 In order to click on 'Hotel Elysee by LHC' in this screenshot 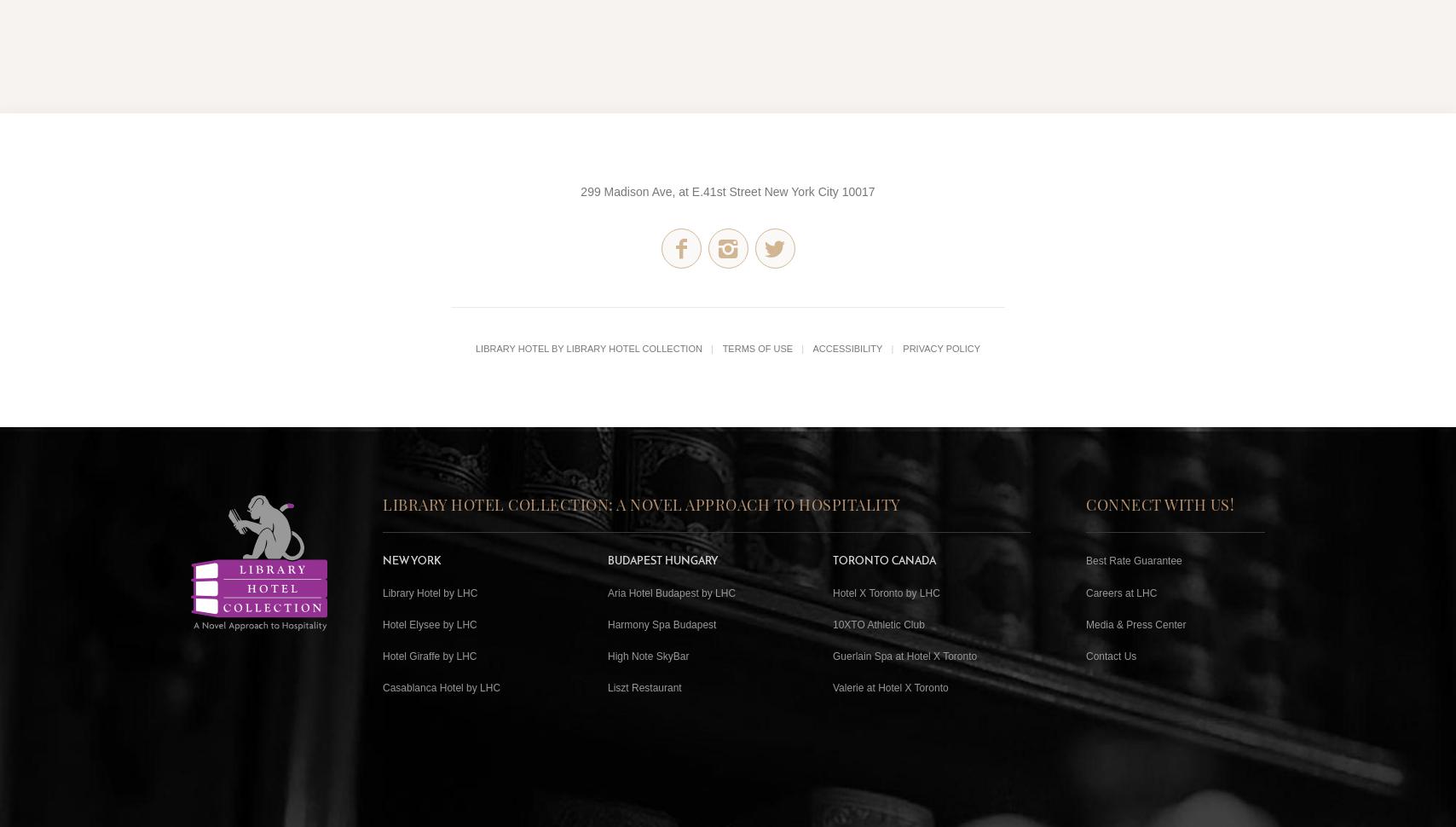, I will do `click(430, 622)`.